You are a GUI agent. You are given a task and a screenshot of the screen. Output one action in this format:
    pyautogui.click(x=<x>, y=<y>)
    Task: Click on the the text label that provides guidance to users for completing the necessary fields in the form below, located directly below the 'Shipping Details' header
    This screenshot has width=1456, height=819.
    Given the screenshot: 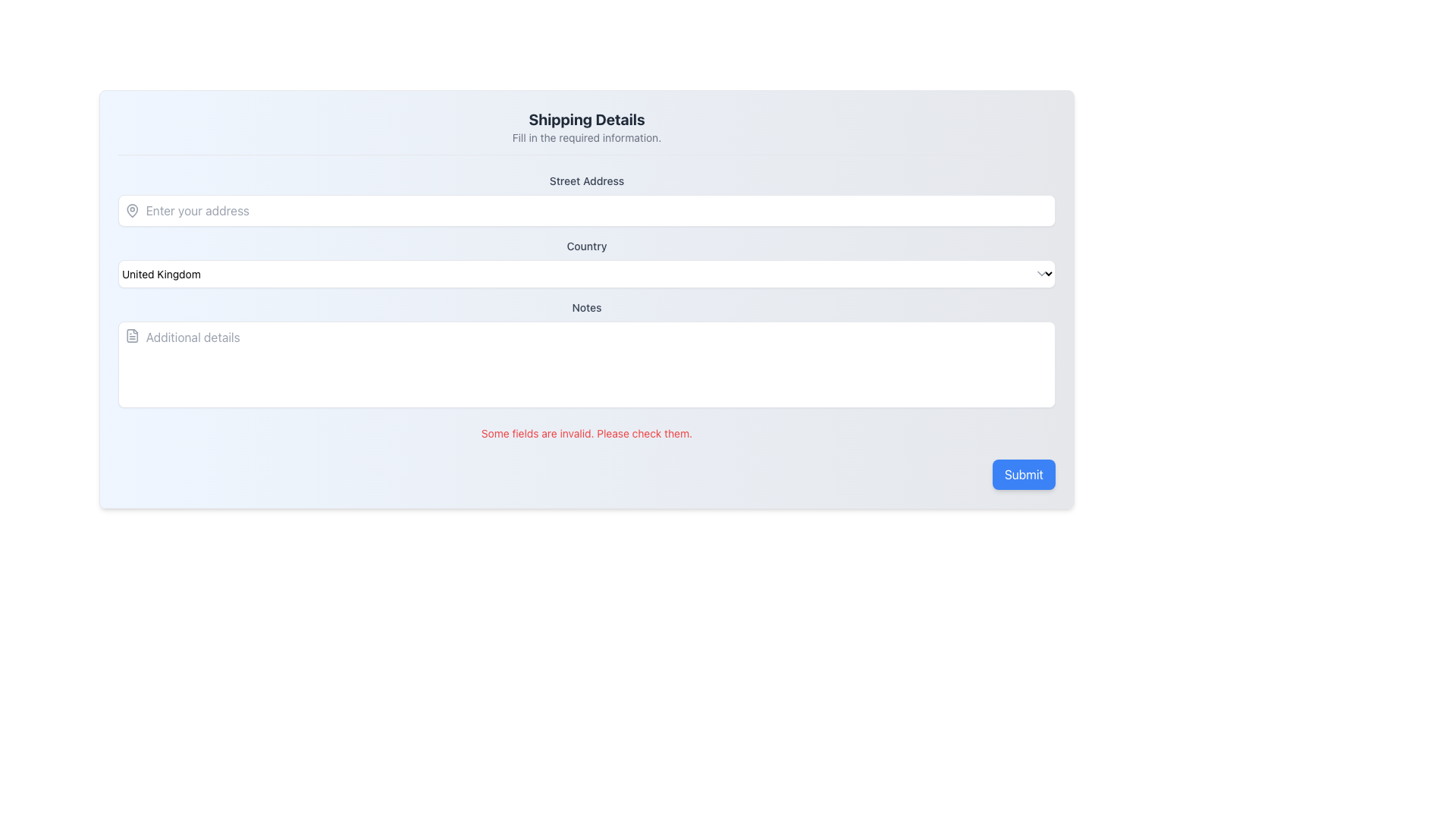 What is the action you would take?
    pyautogui.click(x=585, y=137)
    